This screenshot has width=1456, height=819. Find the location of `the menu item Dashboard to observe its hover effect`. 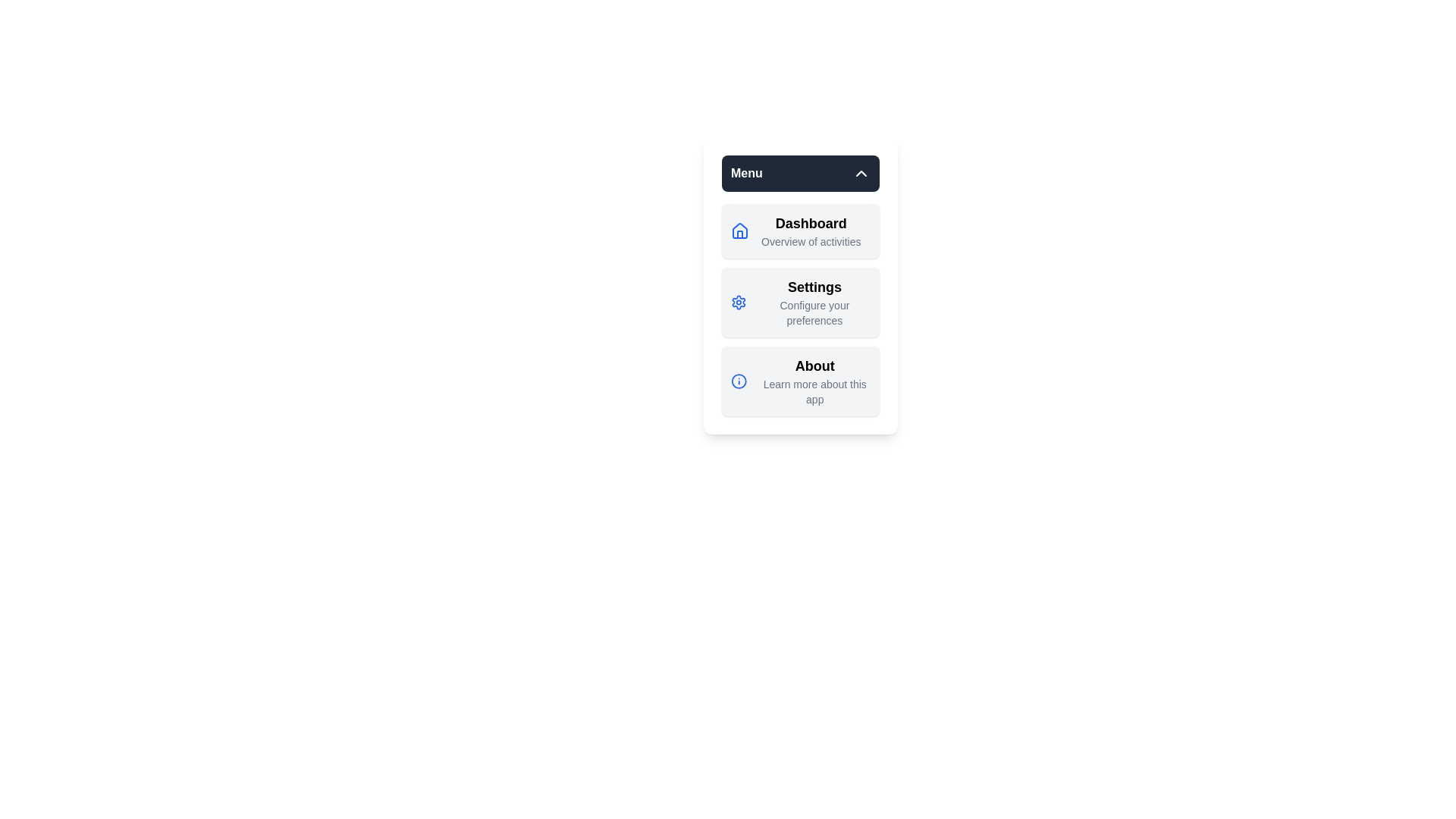

the menu item Dashboard to observe its hover effect is located at coordinates (800, 231).